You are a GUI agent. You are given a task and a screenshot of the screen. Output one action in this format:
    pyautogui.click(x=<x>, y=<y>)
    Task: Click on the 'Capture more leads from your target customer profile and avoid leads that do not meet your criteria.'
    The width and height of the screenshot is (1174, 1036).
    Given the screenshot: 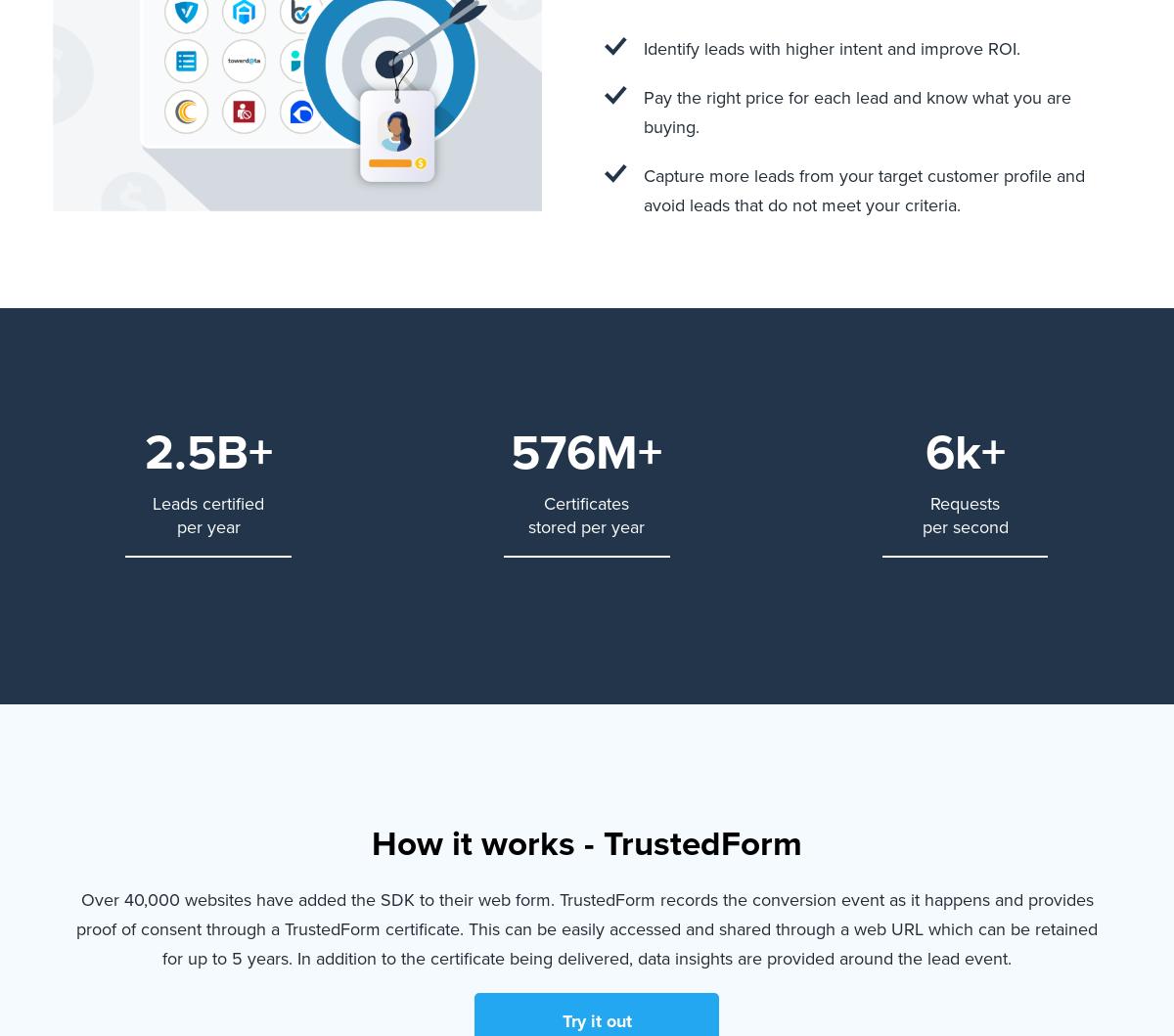 What is the action you would take?
    pyautogui.click(x=863, y=189)
    